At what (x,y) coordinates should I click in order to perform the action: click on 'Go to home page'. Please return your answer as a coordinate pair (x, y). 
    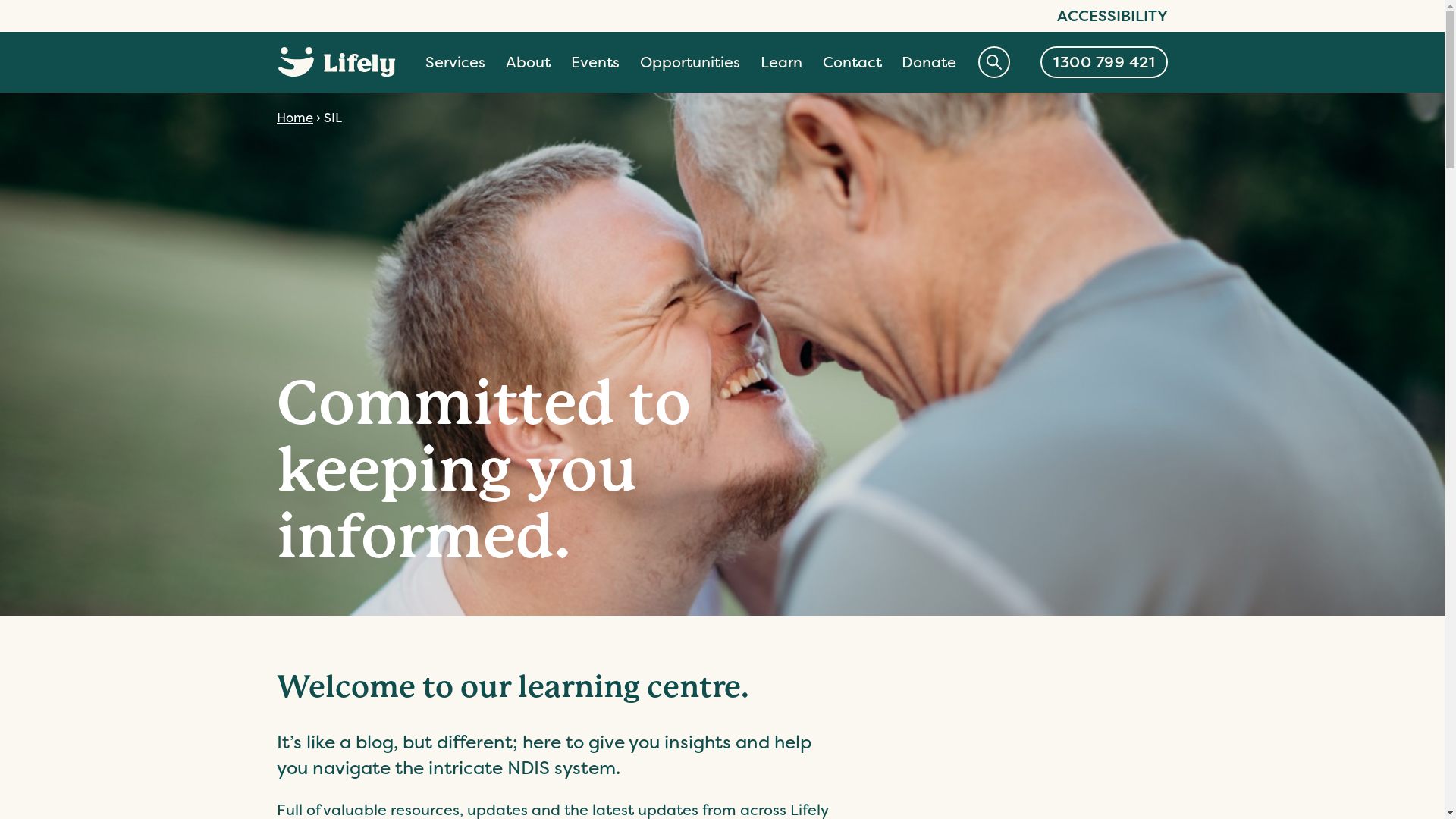
    Looking at the image, I should click on (336, 61).